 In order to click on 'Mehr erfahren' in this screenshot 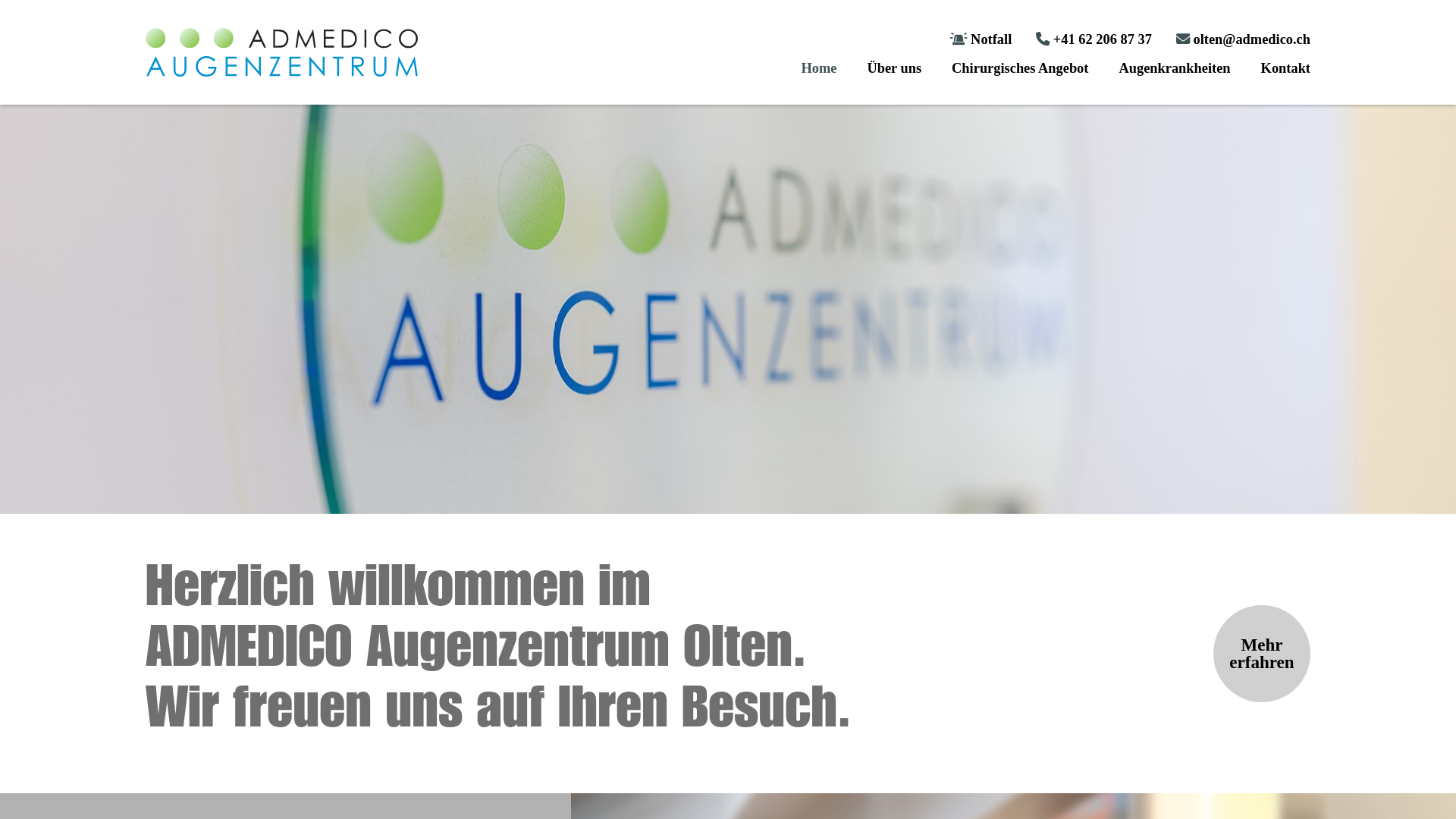, I will do `click(1262, 652)`.